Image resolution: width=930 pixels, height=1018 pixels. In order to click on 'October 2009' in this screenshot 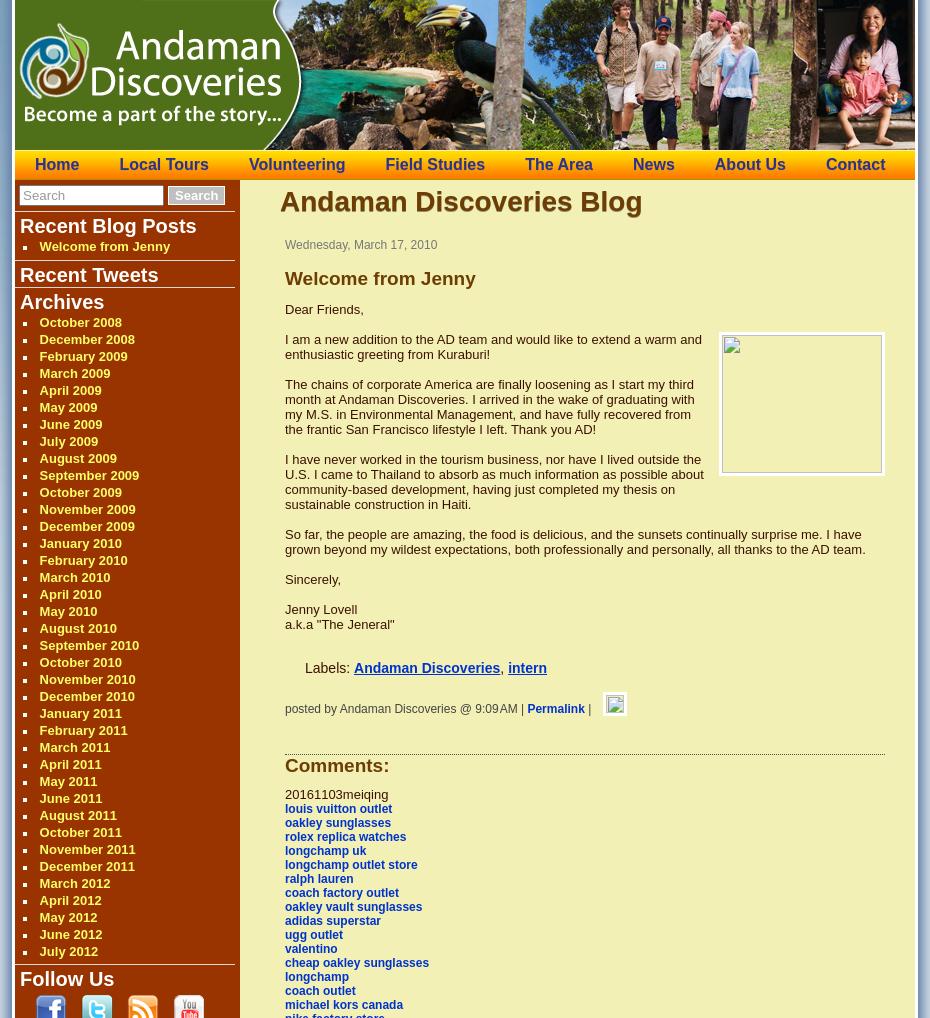, I will do `click(37, 492)`.